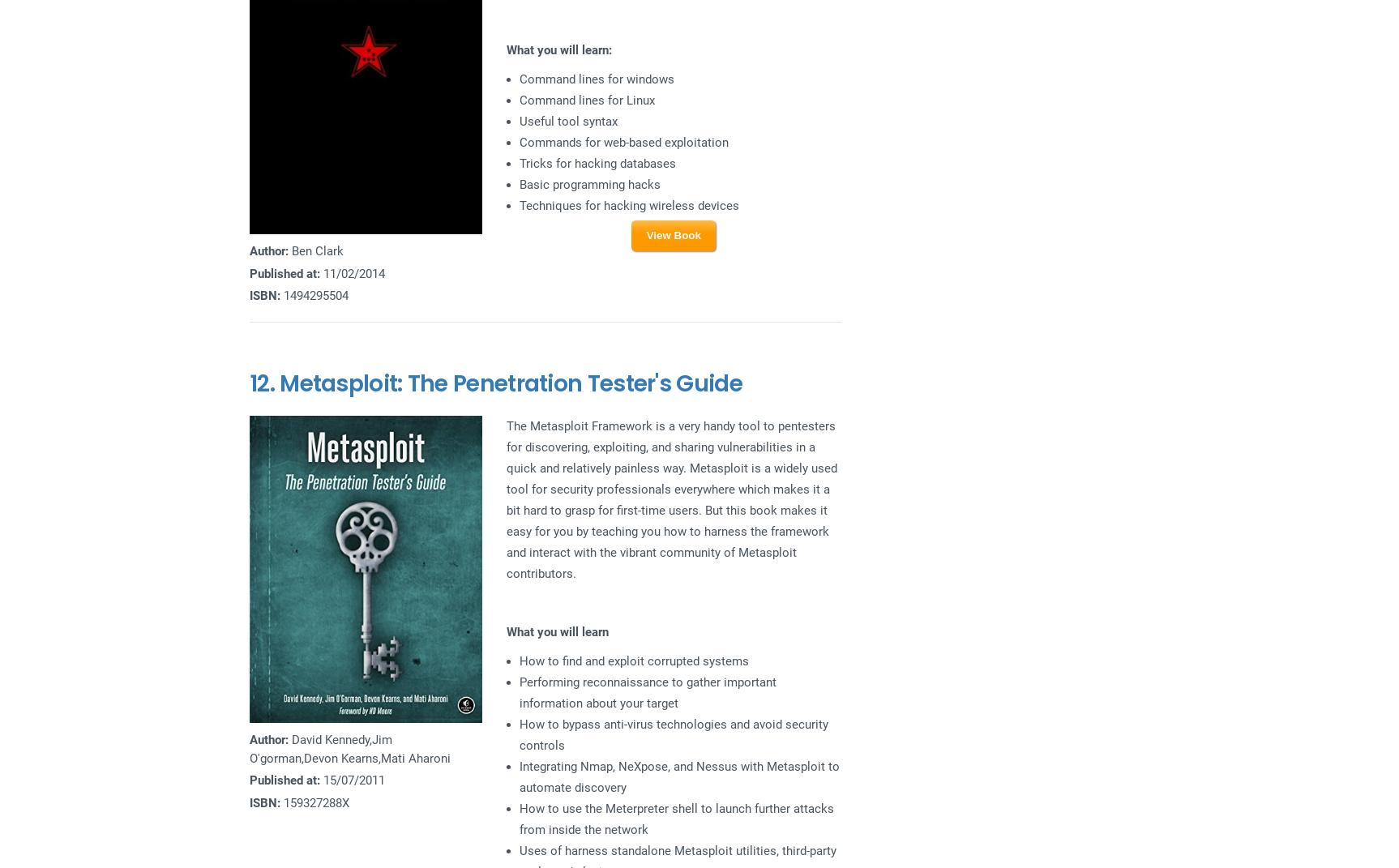 The image size is (1399, 868). I want to click on 'How to find and exploit corrupted systems', so click(518, 660).